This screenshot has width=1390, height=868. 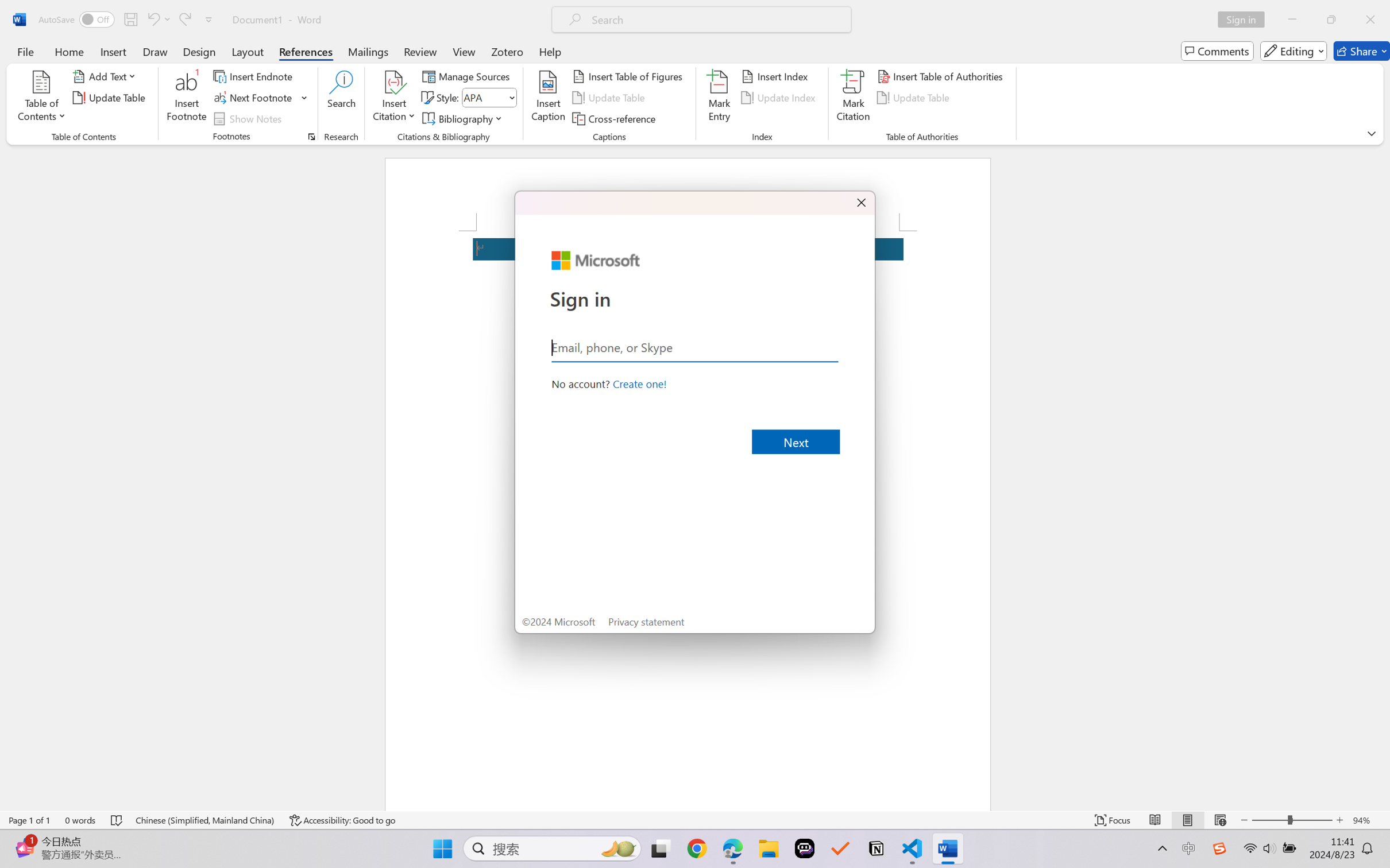 What do you see at coordinates (941, 75) in the screenshot?
I see `'Insert Table of Authorities...'` at bounding box center [941, 75].